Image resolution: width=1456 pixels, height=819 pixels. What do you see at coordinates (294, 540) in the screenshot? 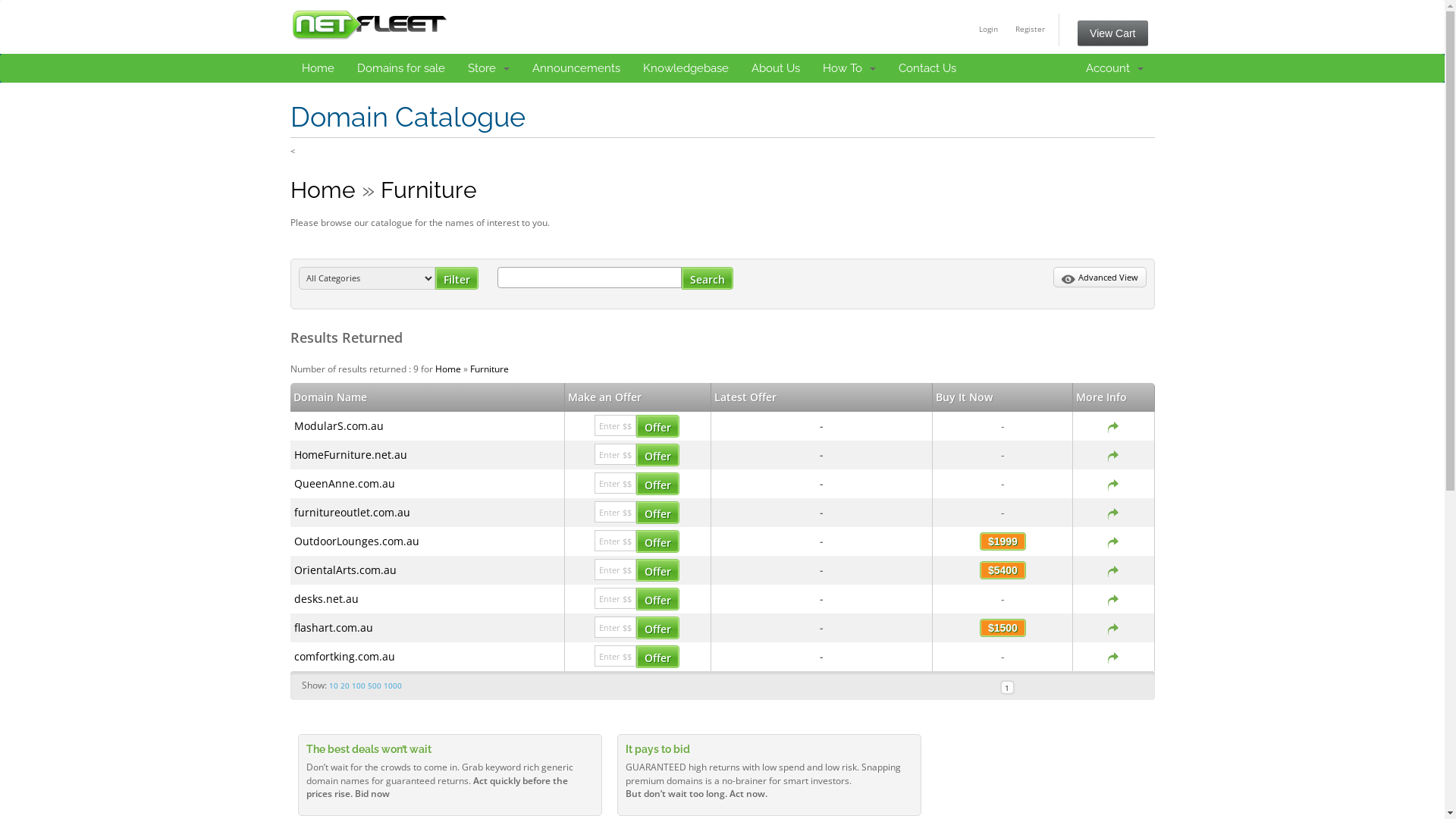
I see `'OutdoorLounges.com.au'` at bounding box center [294, 540].